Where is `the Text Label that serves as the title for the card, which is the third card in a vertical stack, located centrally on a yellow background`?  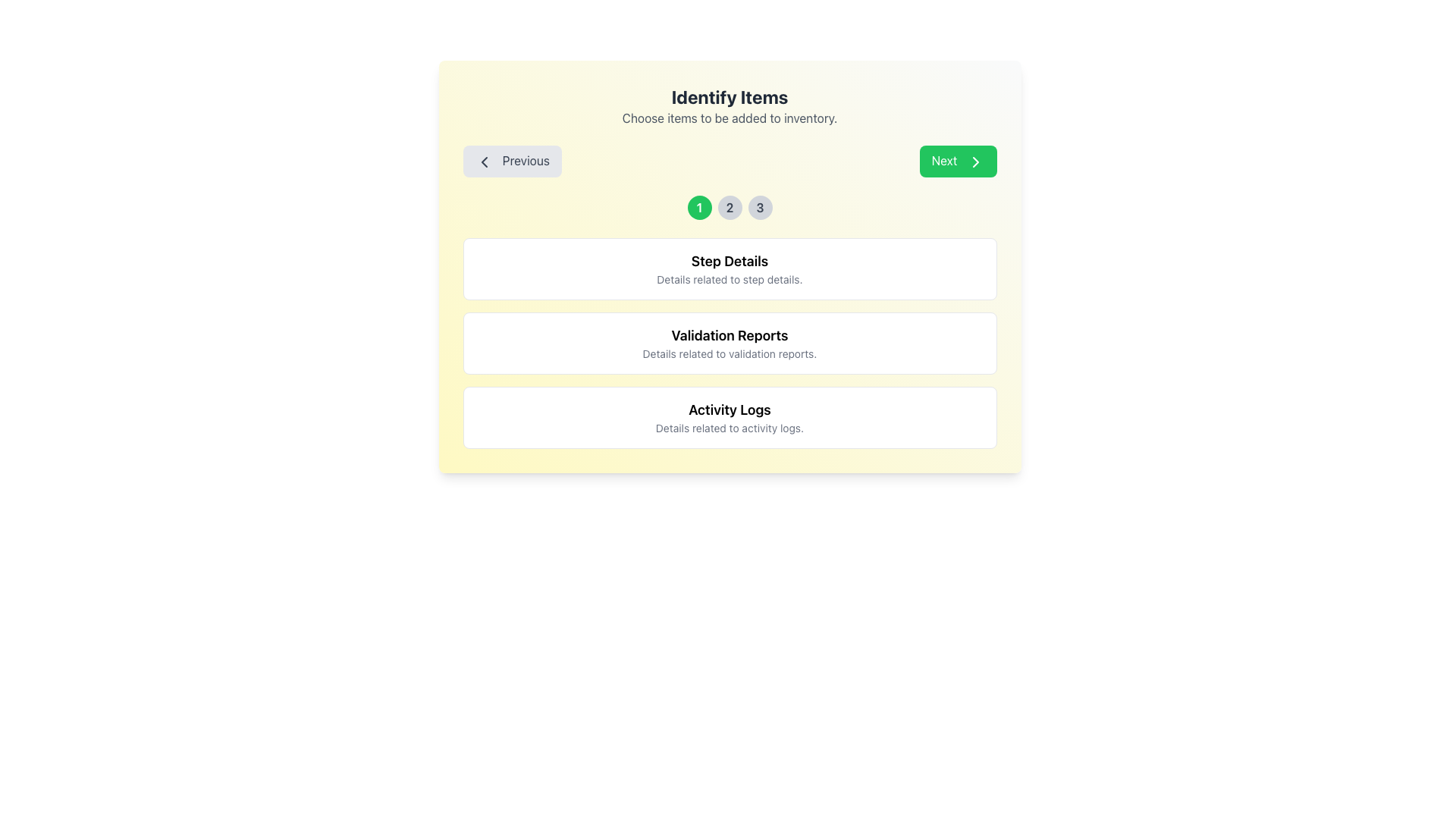
the Text Label that serves as the title for the card, which is the third card in a vertical stack, located centrally on a yellow background is located at coordinates (730, 409).